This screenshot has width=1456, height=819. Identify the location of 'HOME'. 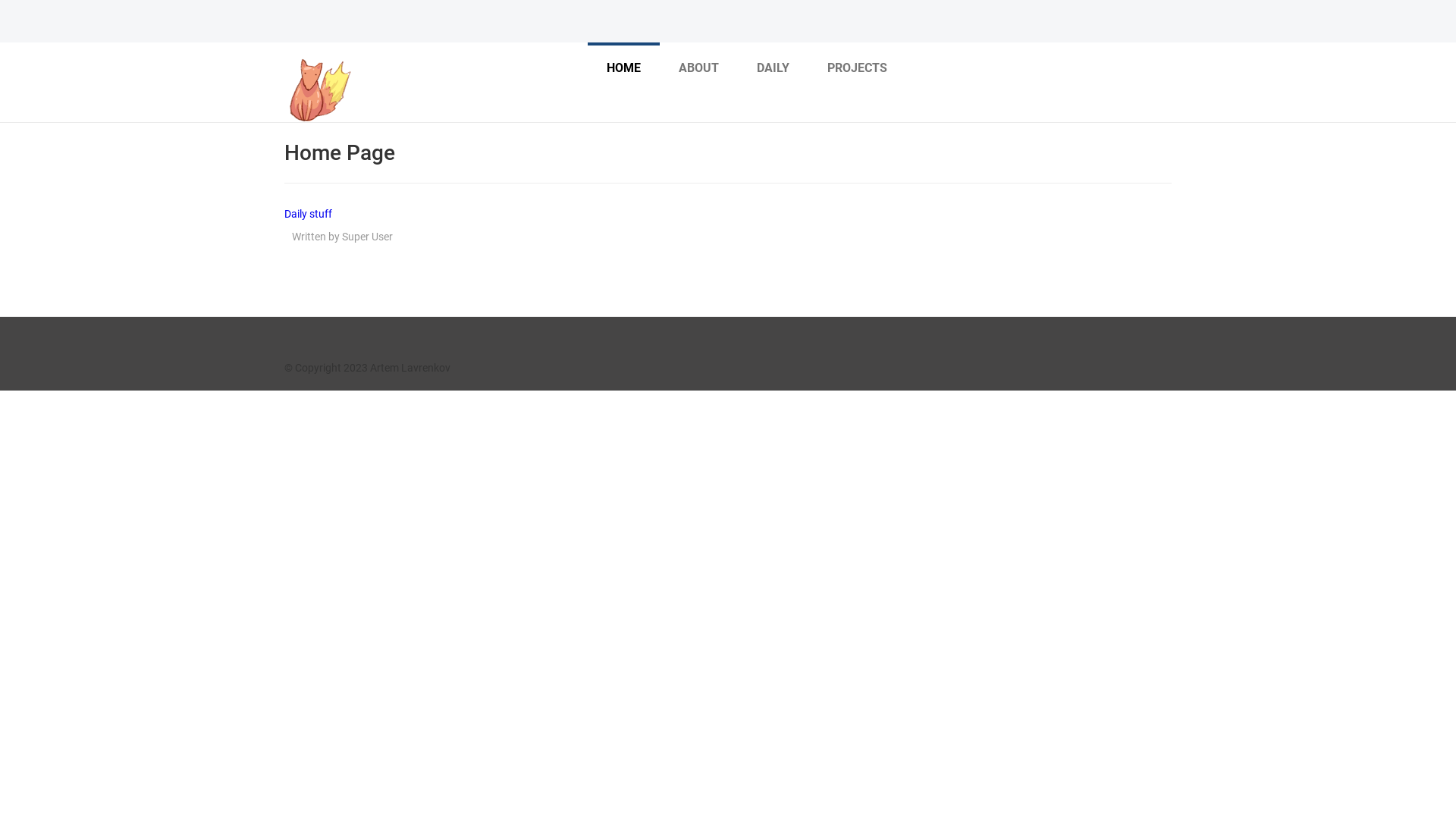
(623, 66).